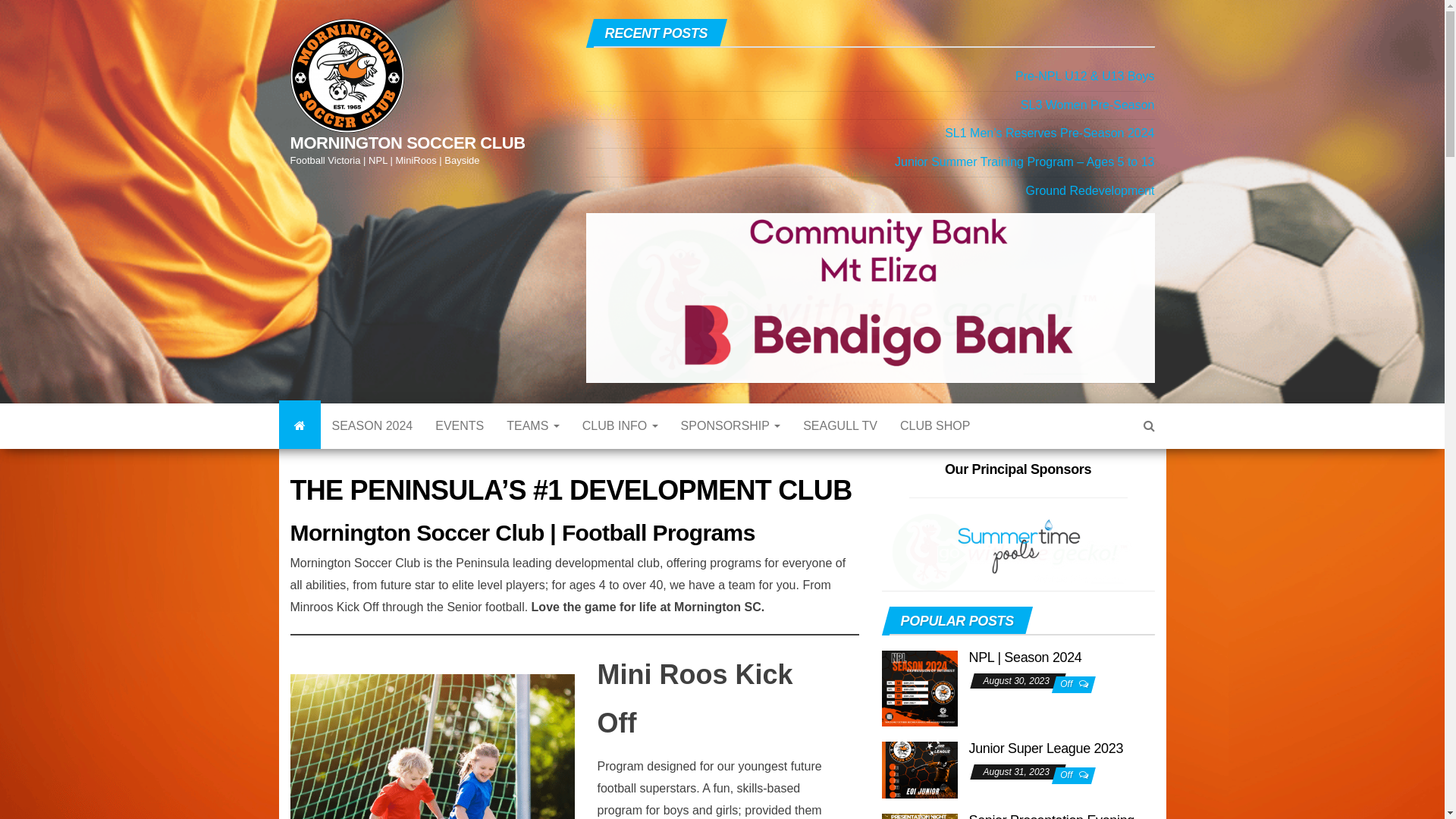 The image size is (1456, 819). What do you see at coordinates (731, 447) in the screenshot?
I see `'SPONSORSHIP'` at bounding box center [731, 447].